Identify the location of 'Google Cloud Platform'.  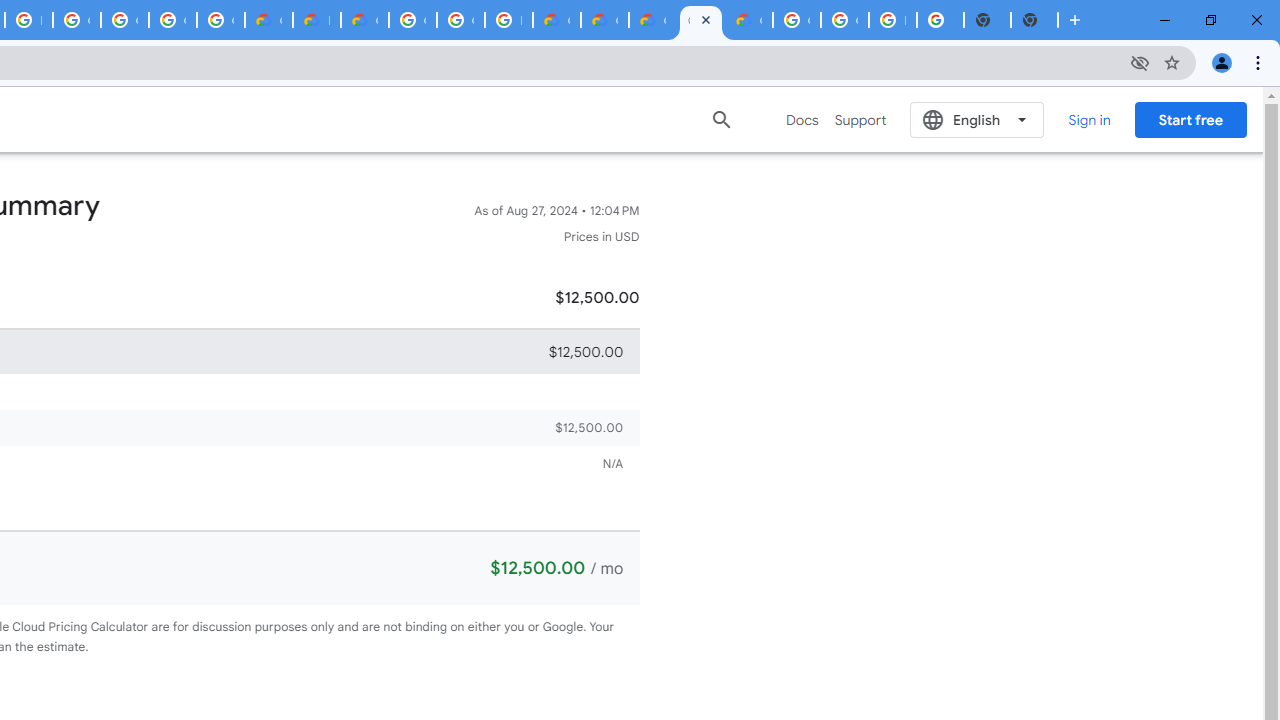
(411, 20).